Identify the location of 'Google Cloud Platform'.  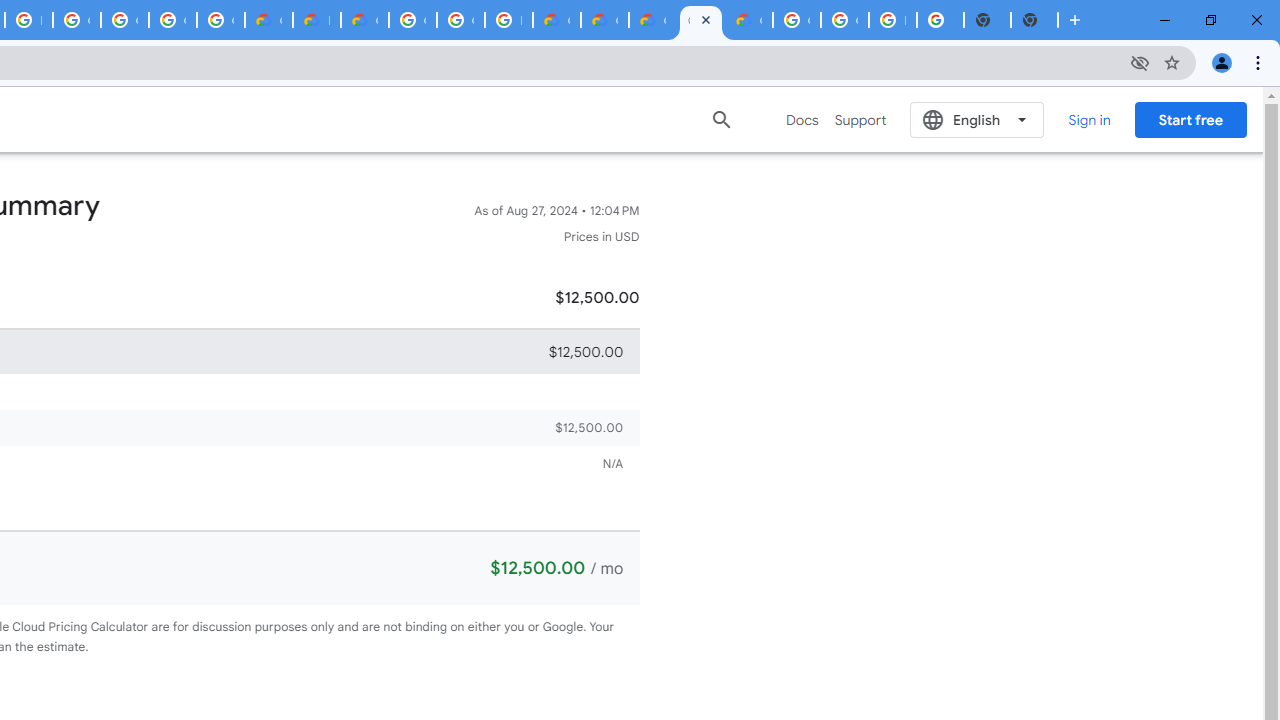
(411, 20).